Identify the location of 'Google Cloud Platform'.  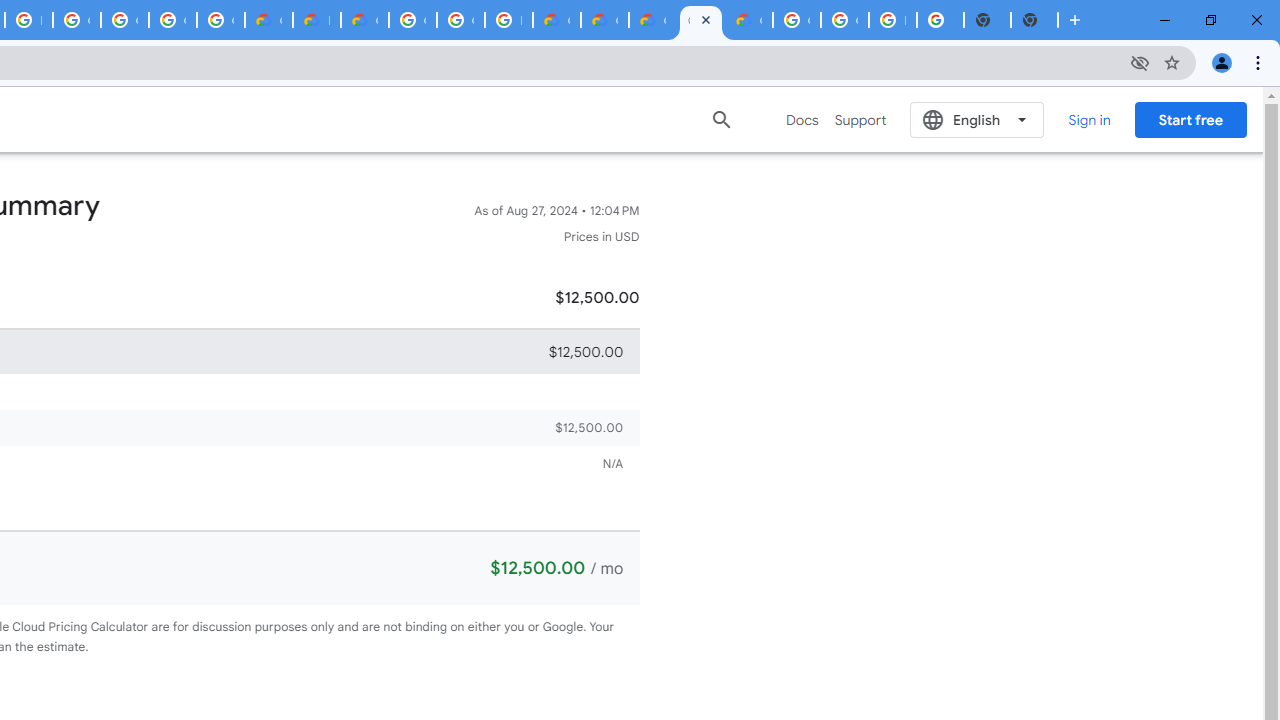
(411, 20).